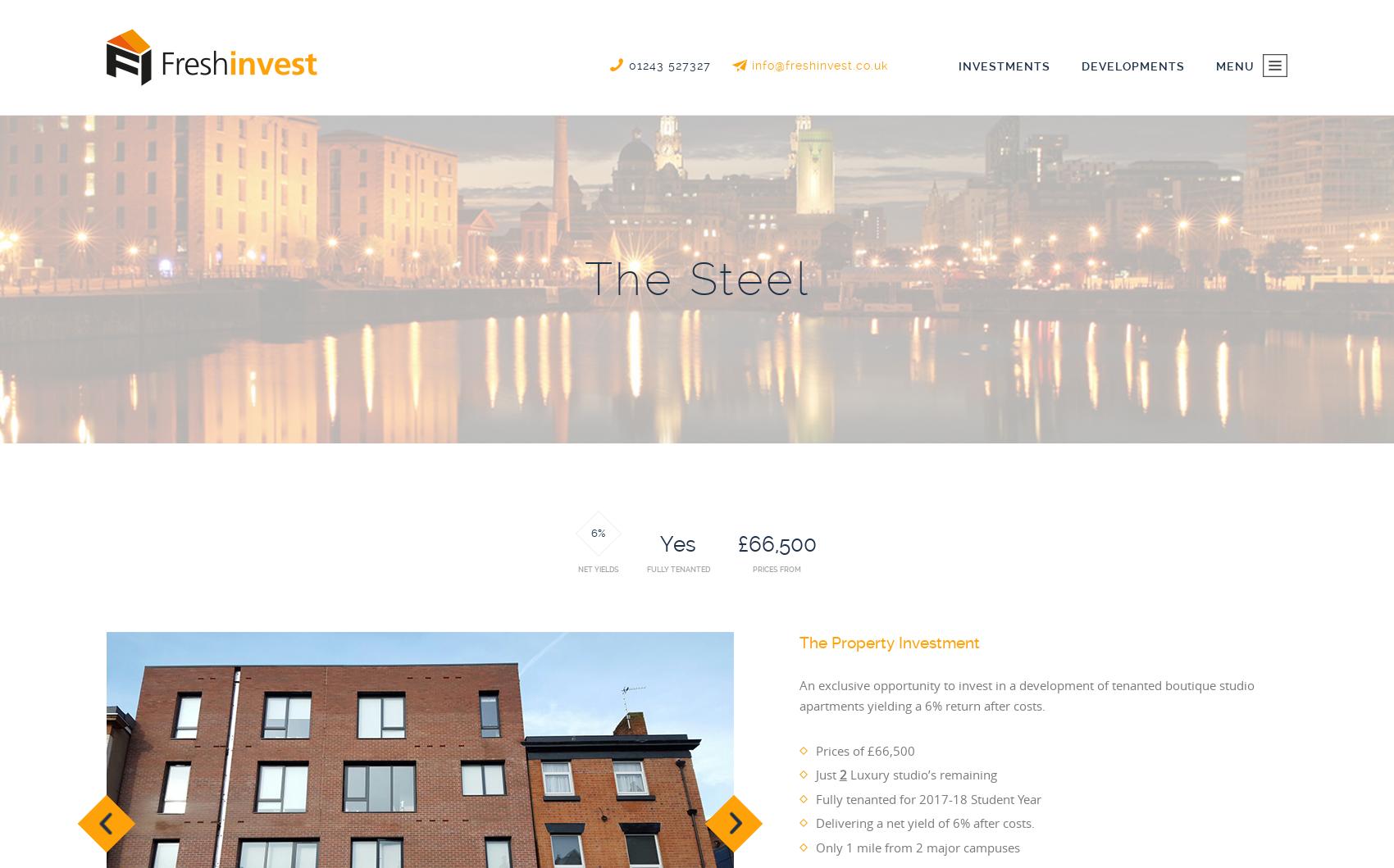 This screenshot has width=1394, height=868. What do you see at coordinates (1276, 205) in the screenshot?
I see `'Investments'` at bounding box center [1276, 205].